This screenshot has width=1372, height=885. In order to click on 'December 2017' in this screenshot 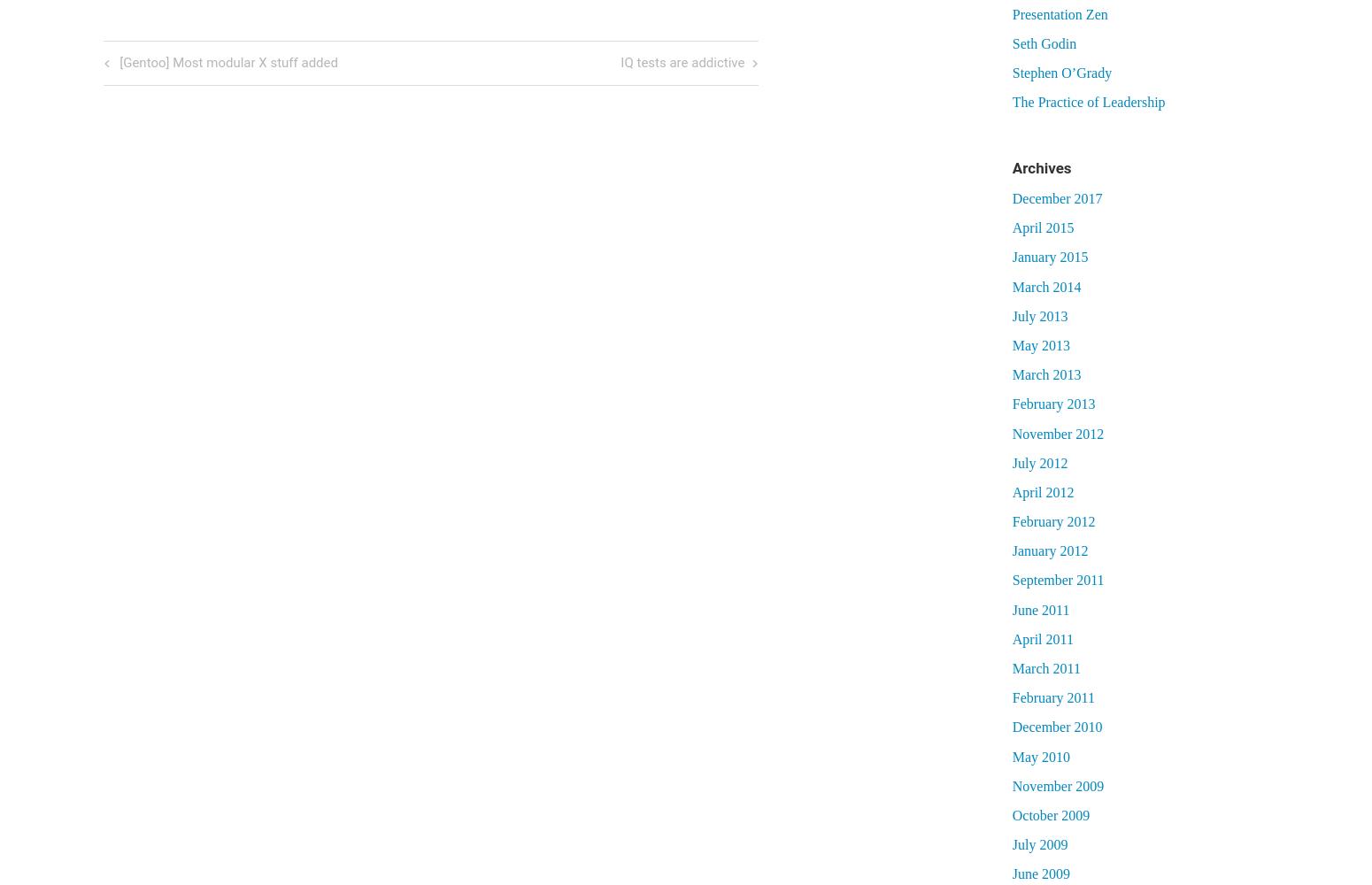, I will do `click(1056, 197)`.